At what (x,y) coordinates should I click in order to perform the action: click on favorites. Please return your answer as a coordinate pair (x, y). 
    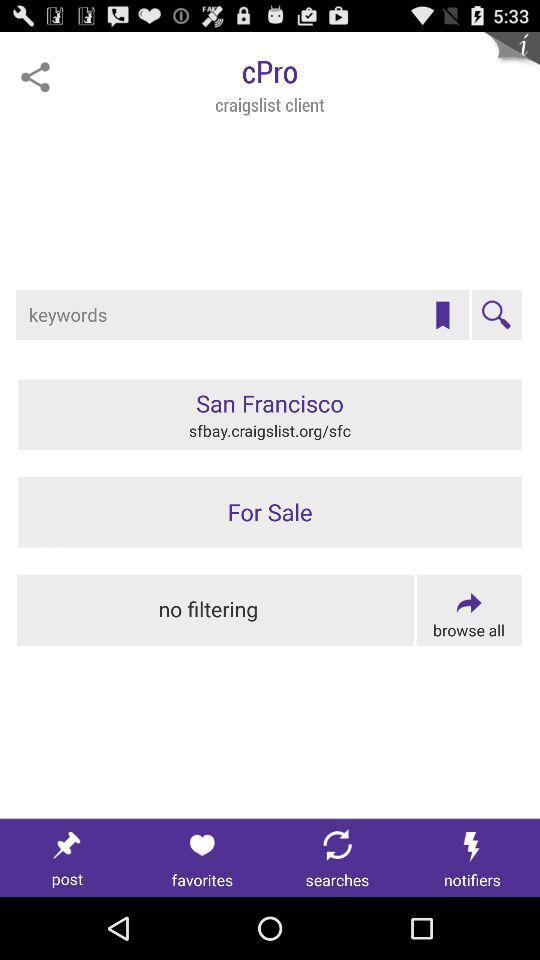
    Looking at the image, I should click on (202, 857).